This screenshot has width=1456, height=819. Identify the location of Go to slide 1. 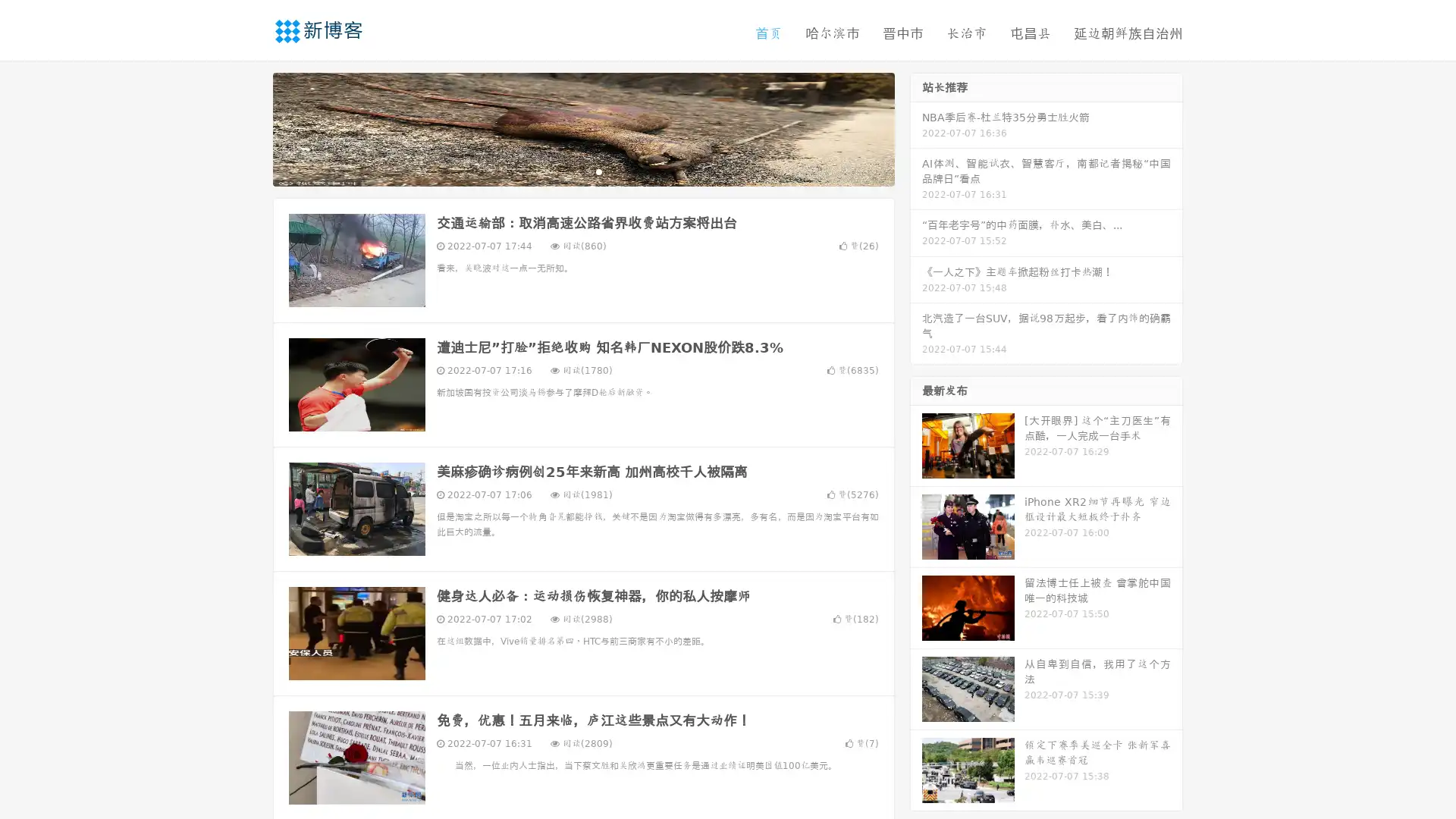
(567, 171).